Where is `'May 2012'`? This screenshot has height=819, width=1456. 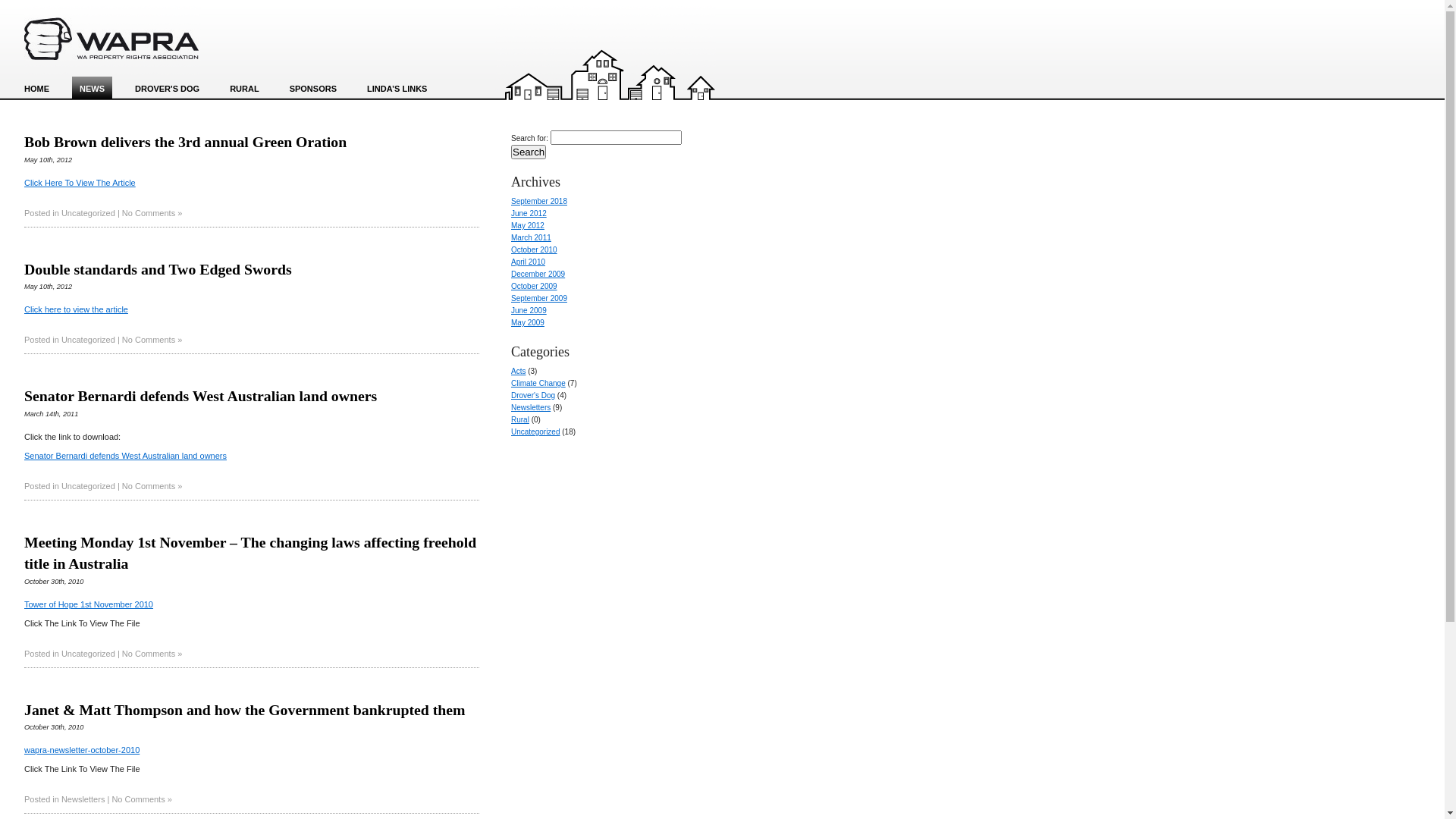 'May 2012' is located at coordinates (528, 225).